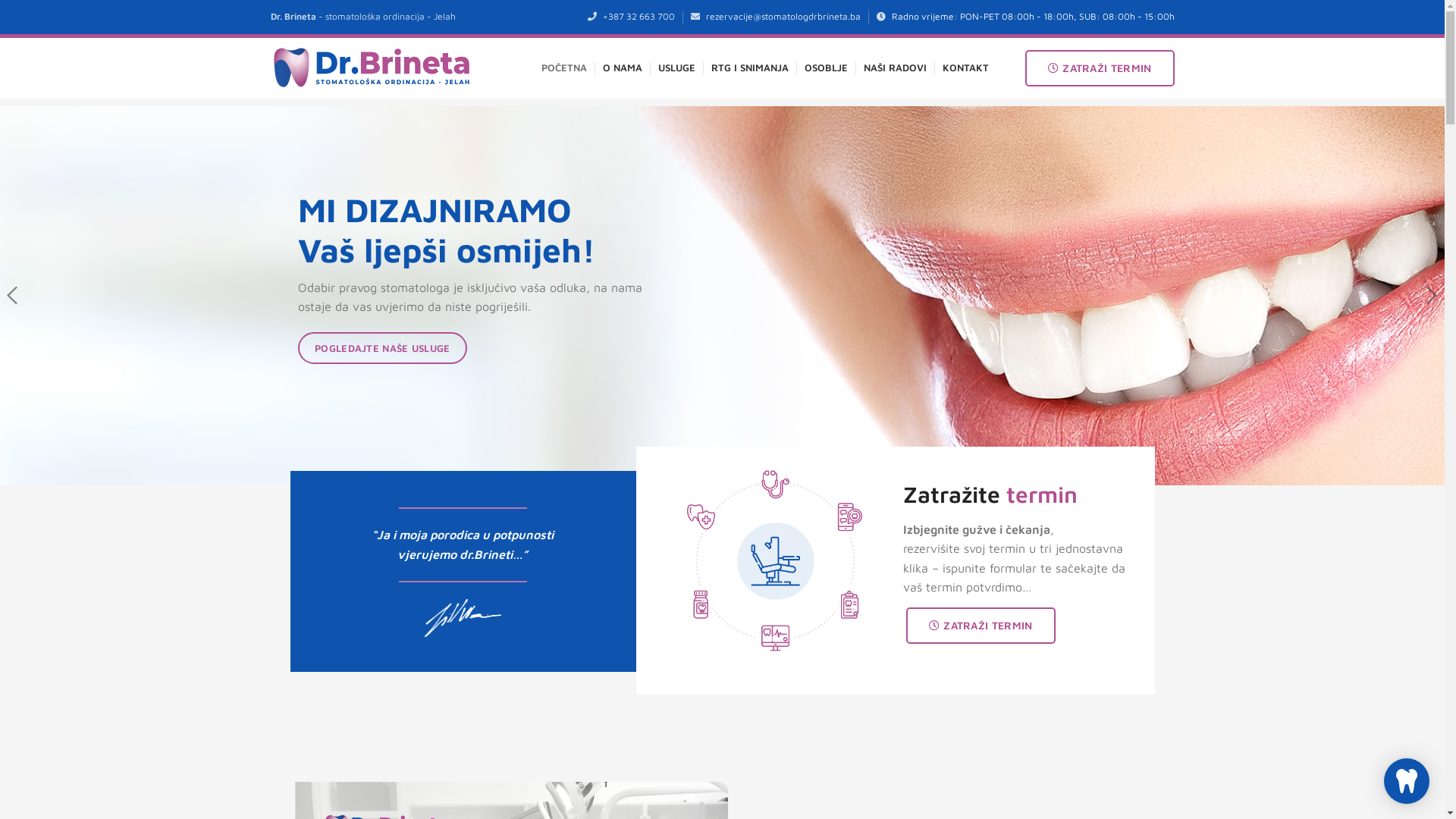  What do you see at coordinates (601, 16) in the screenshot?
I see `'+387 32 663 700'` at bounding box center [601, 16].